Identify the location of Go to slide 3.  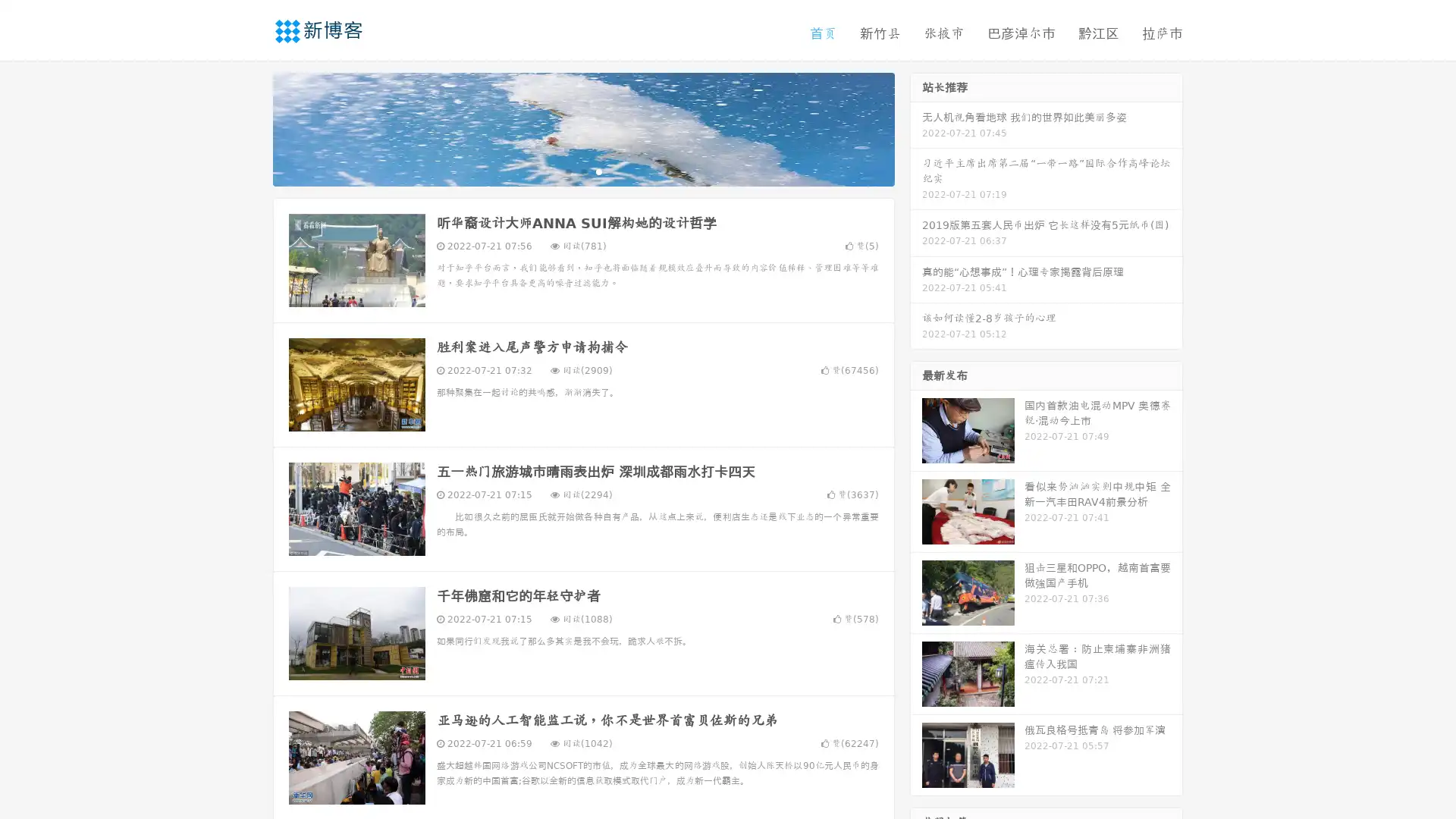
(598, 171).